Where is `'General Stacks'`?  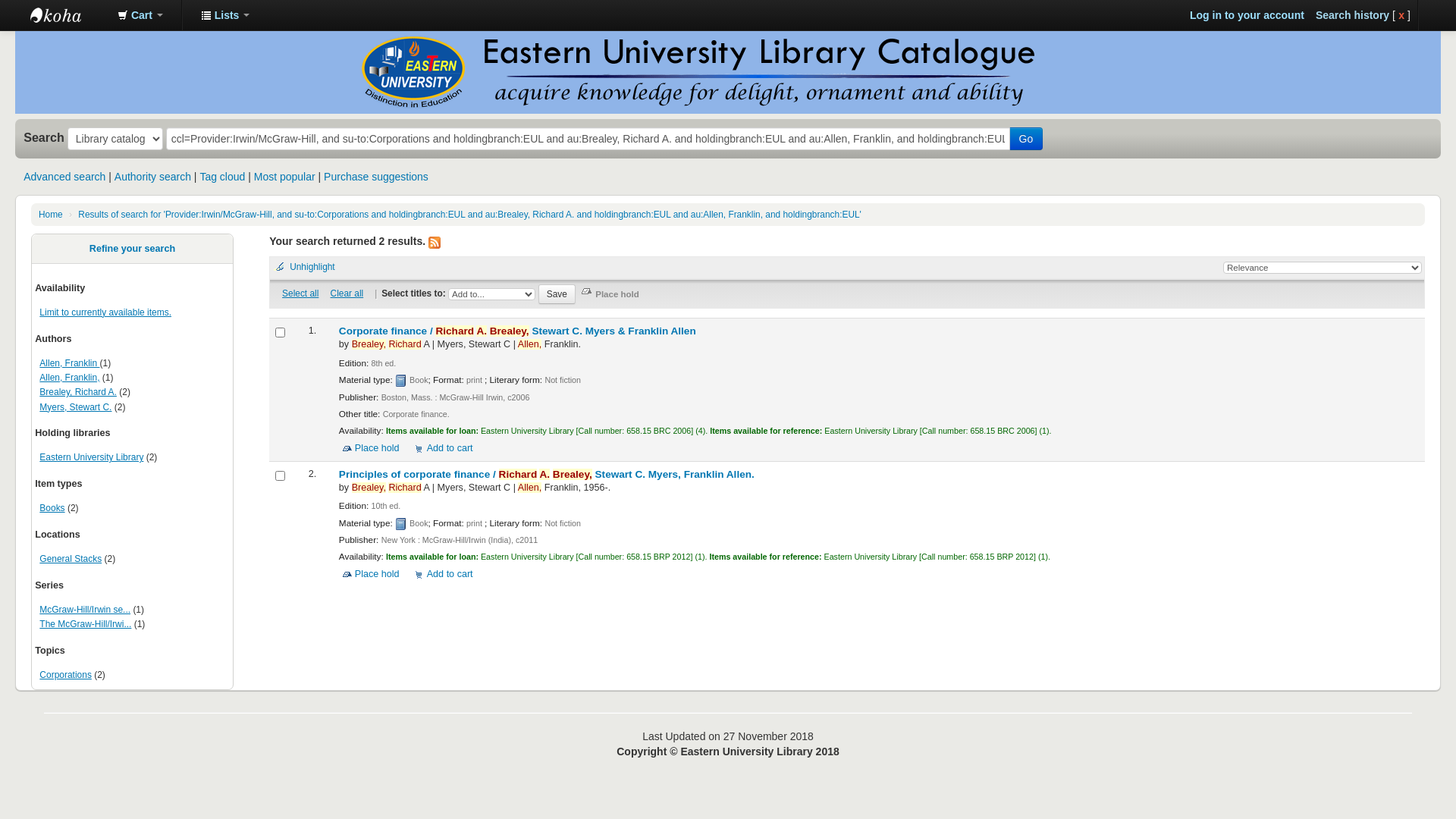
'General Stacks' is located at coordinates (39, 558).